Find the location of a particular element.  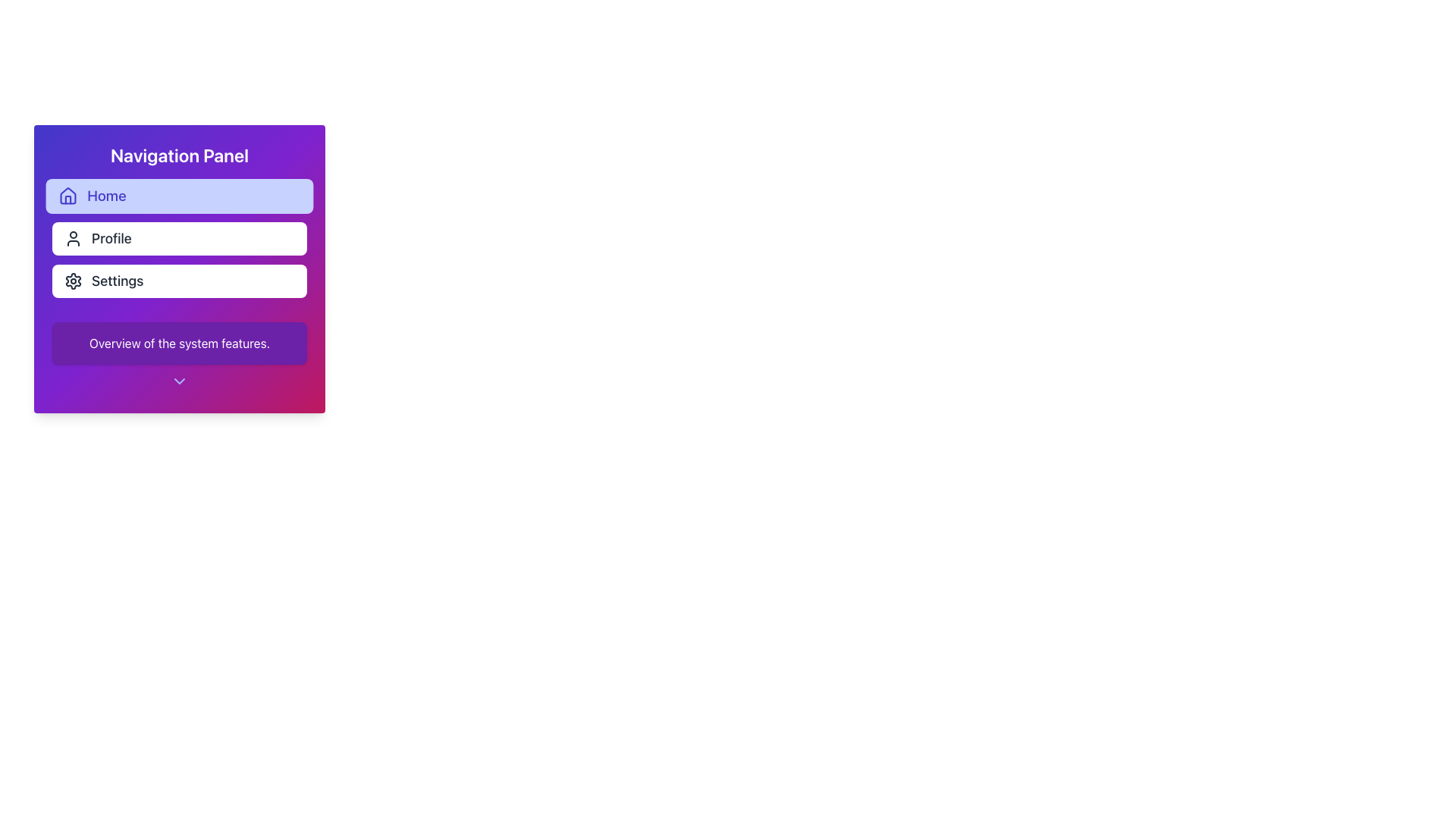

the 'Settings' section of the Navigation Panel, which is highlighted and located between the 'Profile' section and the description area is located at coordinates (179, 268).